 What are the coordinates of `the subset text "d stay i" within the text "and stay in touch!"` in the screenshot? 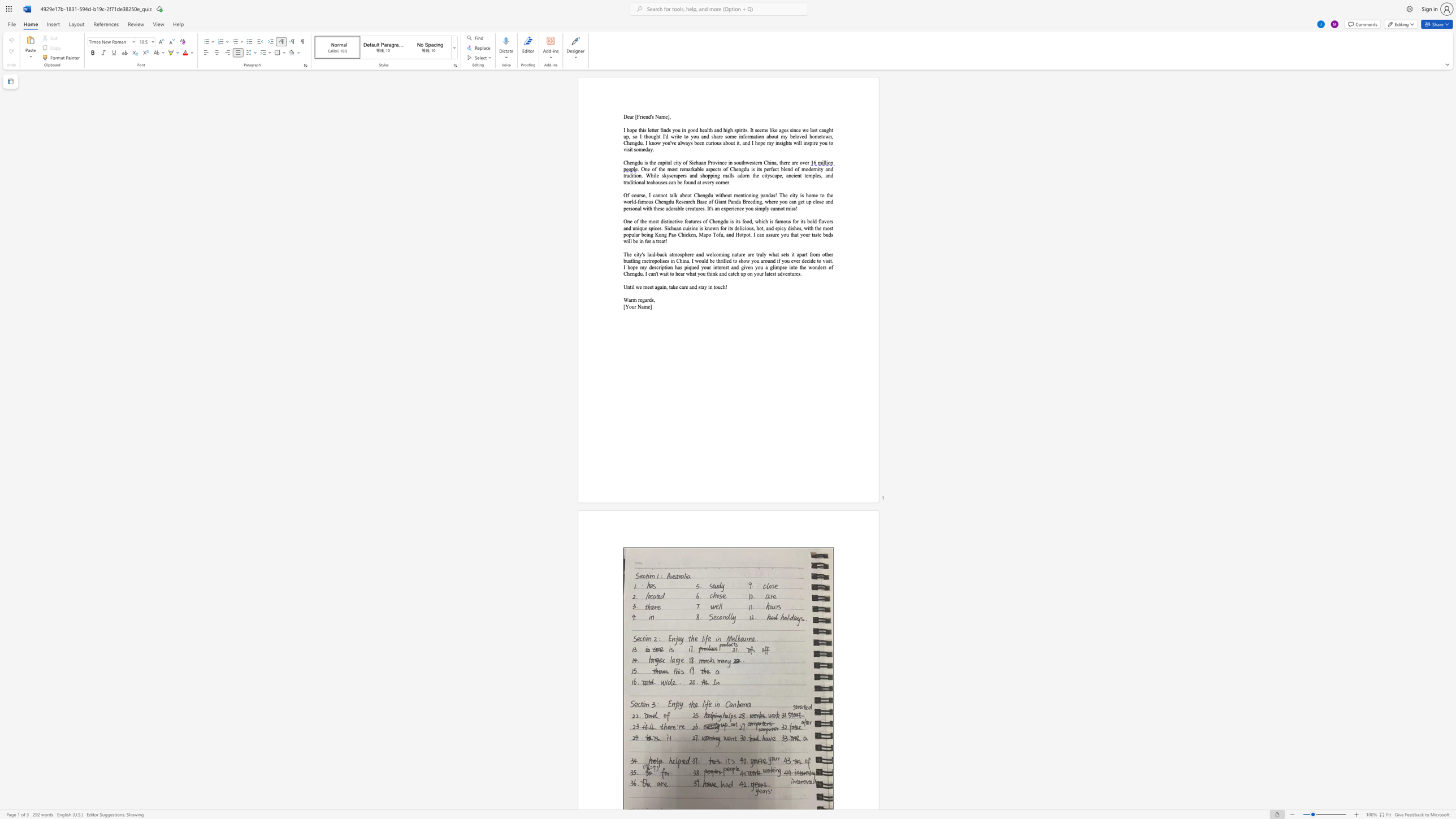 It's located at (694, 286).